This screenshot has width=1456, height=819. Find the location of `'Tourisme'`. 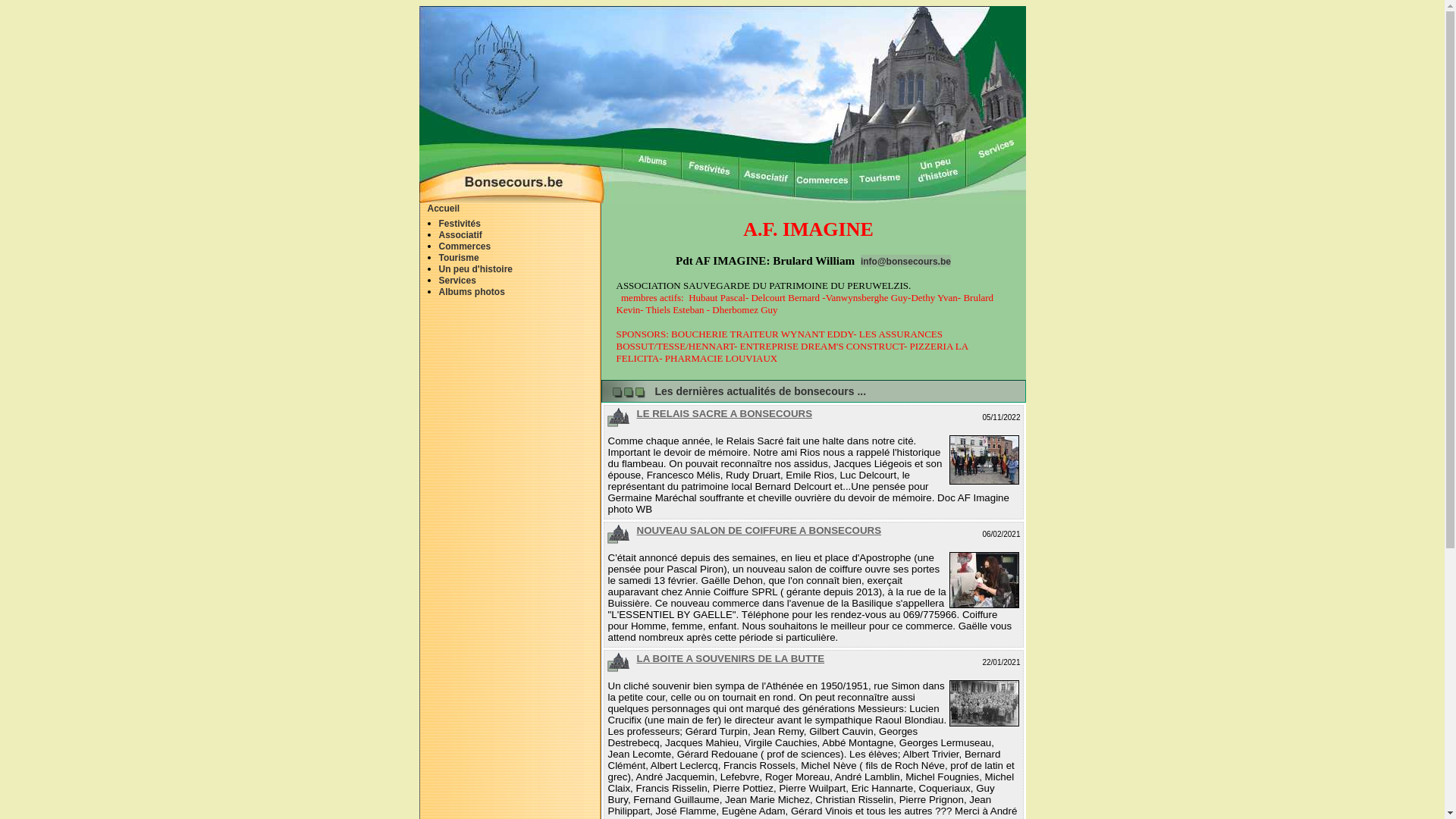

'Tourisme' is located at coordinates (457, 256).